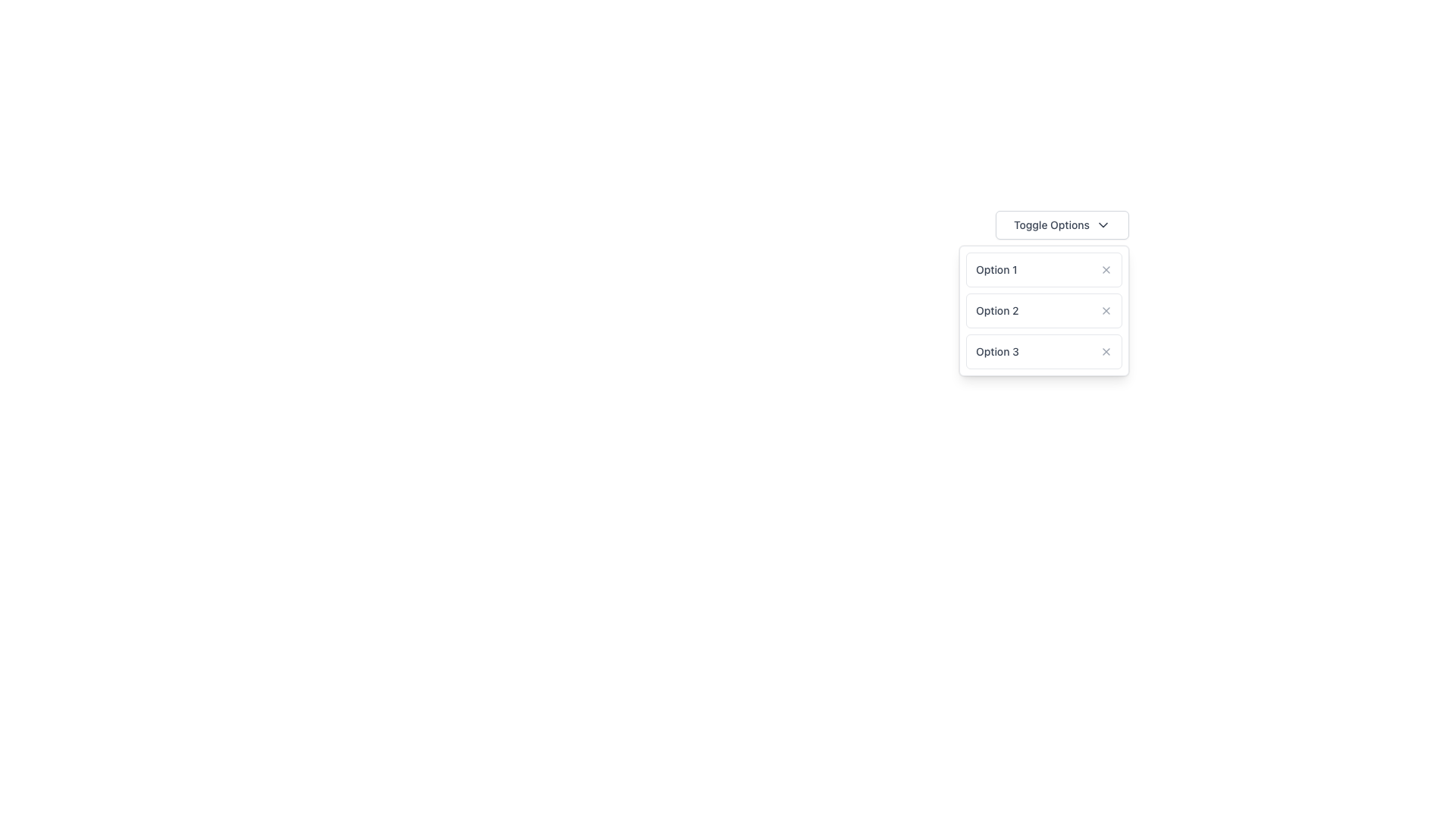  What do you see at coordinates (1043, 351) in the screenshot?
I see `the selectable list item labeled 'Option 3'` at bounding box center [1043, 351].